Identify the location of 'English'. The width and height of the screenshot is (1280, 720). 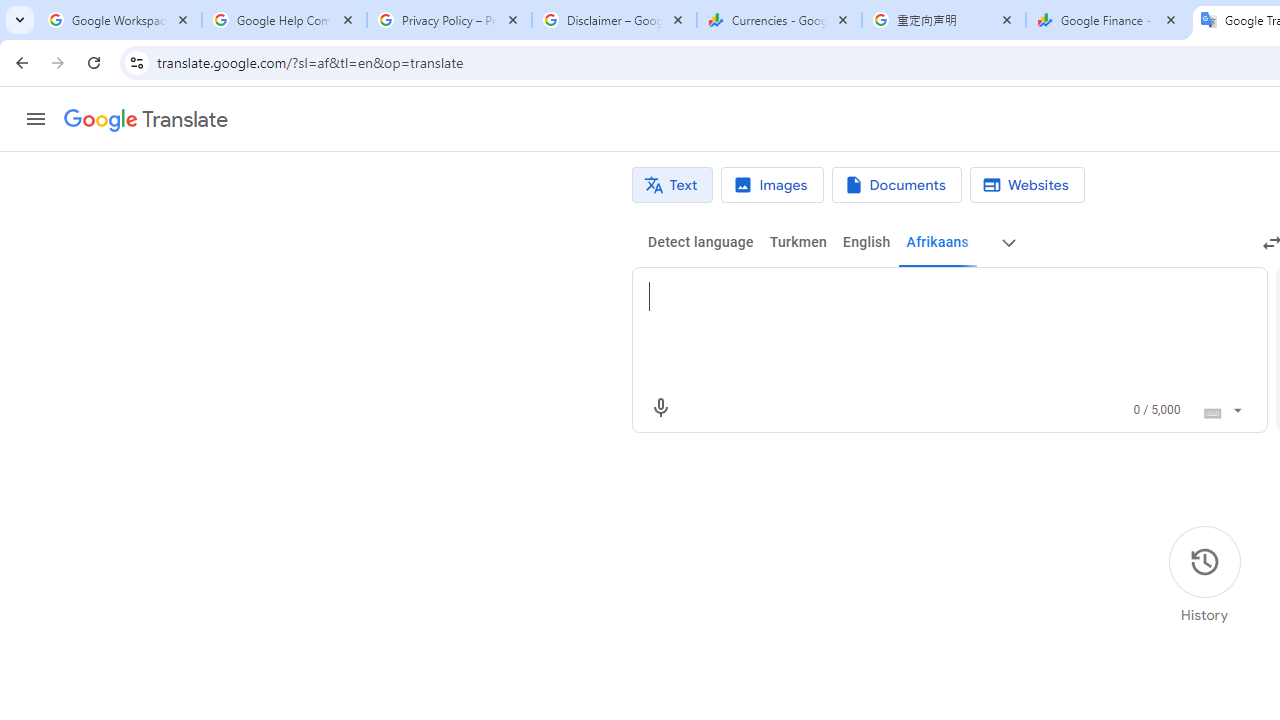
(866, 242).